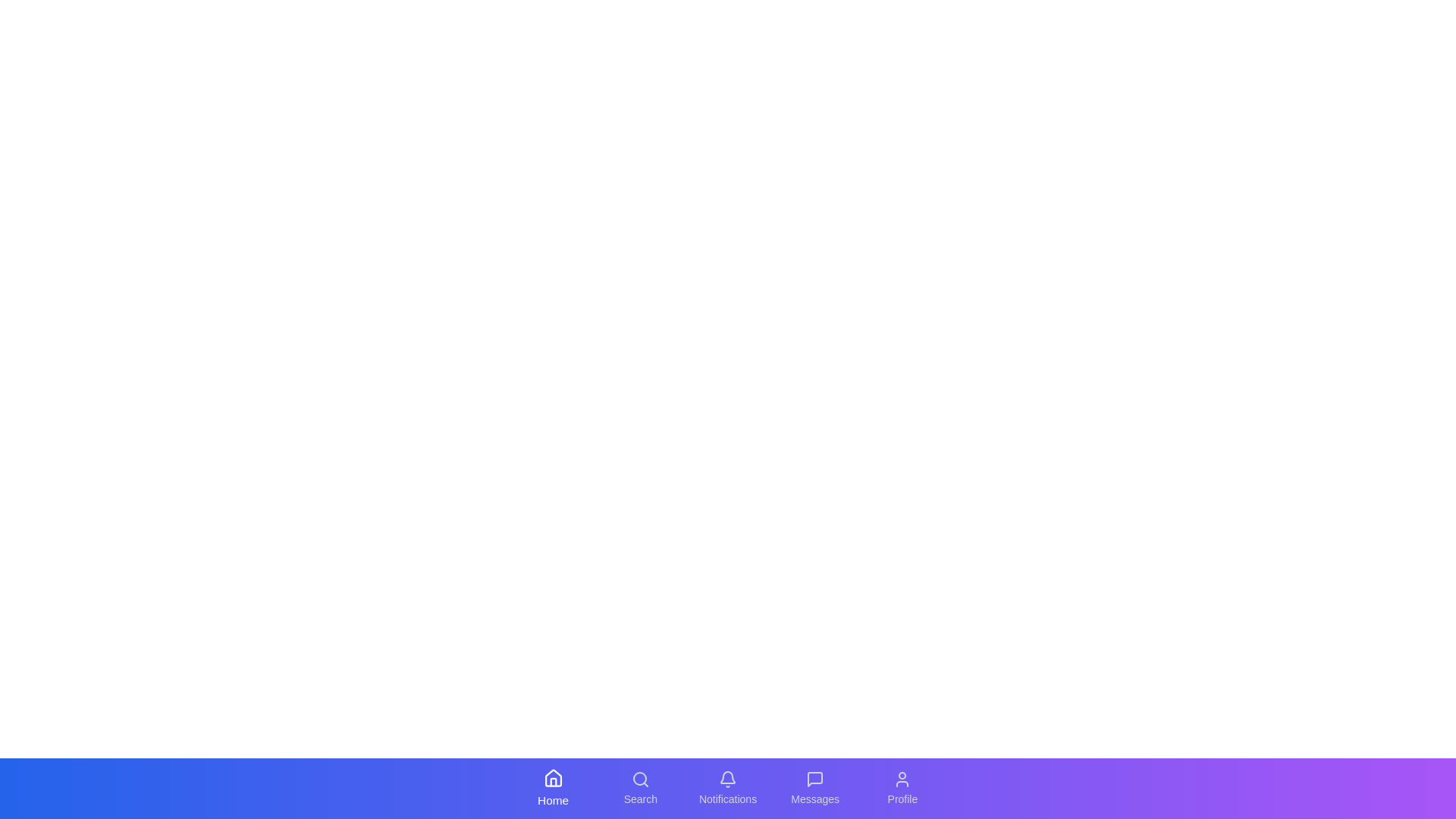 Image resolution: width=1456 pixels, height=819 pixels. Describe the element at coordinates (728, 788) in the screenshot. I see `the tab labeled Notifications in the bottom navigation bar` at that location.